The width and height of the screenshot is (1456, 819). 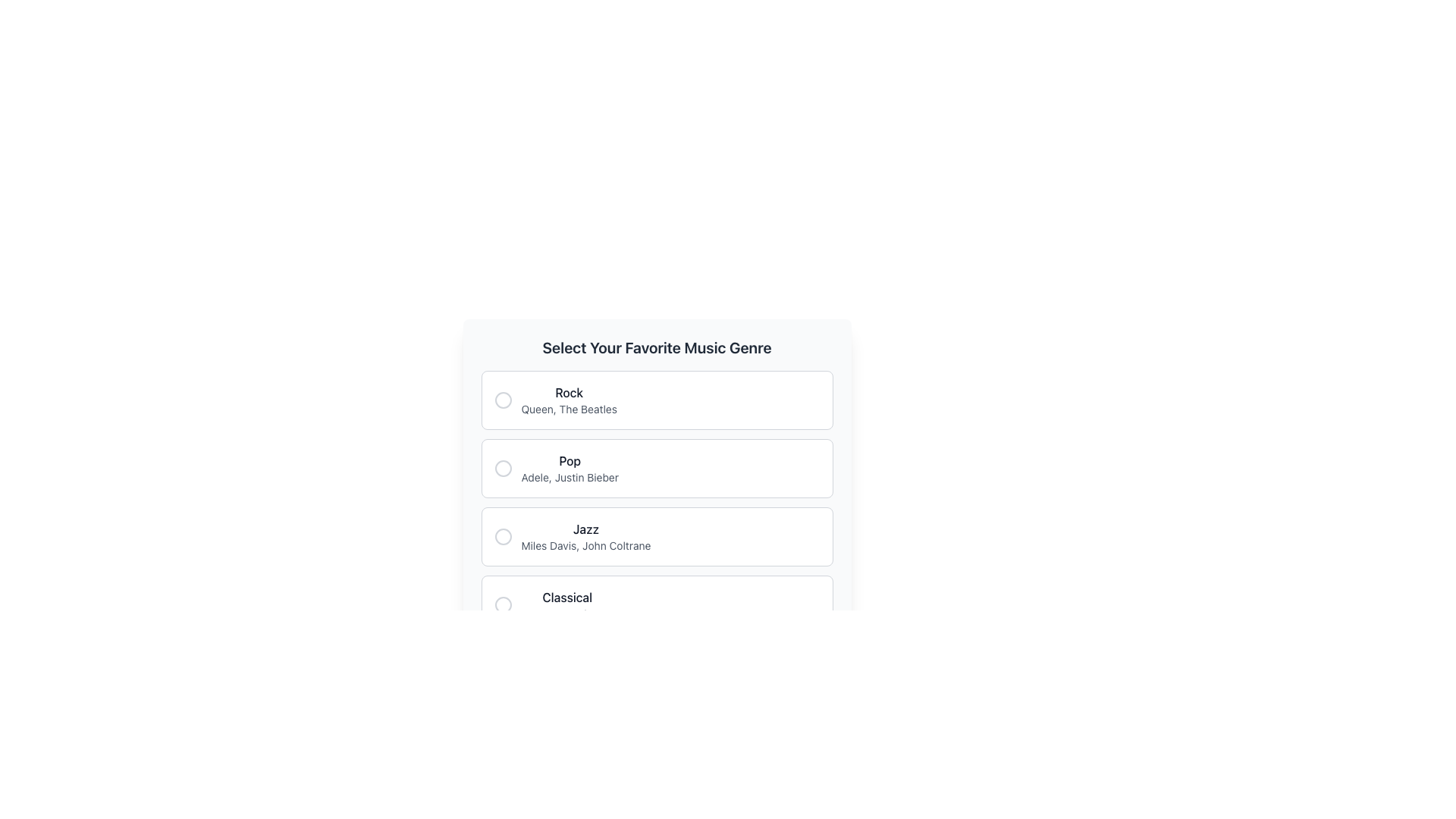 What do you see at coordinates (568, 400) in the screenshot?
I see `the text label that displays 'Rock' and 'Queen, The Beatles', which is the first option in the vertical list of music genres` at bounding box center [568, 400].